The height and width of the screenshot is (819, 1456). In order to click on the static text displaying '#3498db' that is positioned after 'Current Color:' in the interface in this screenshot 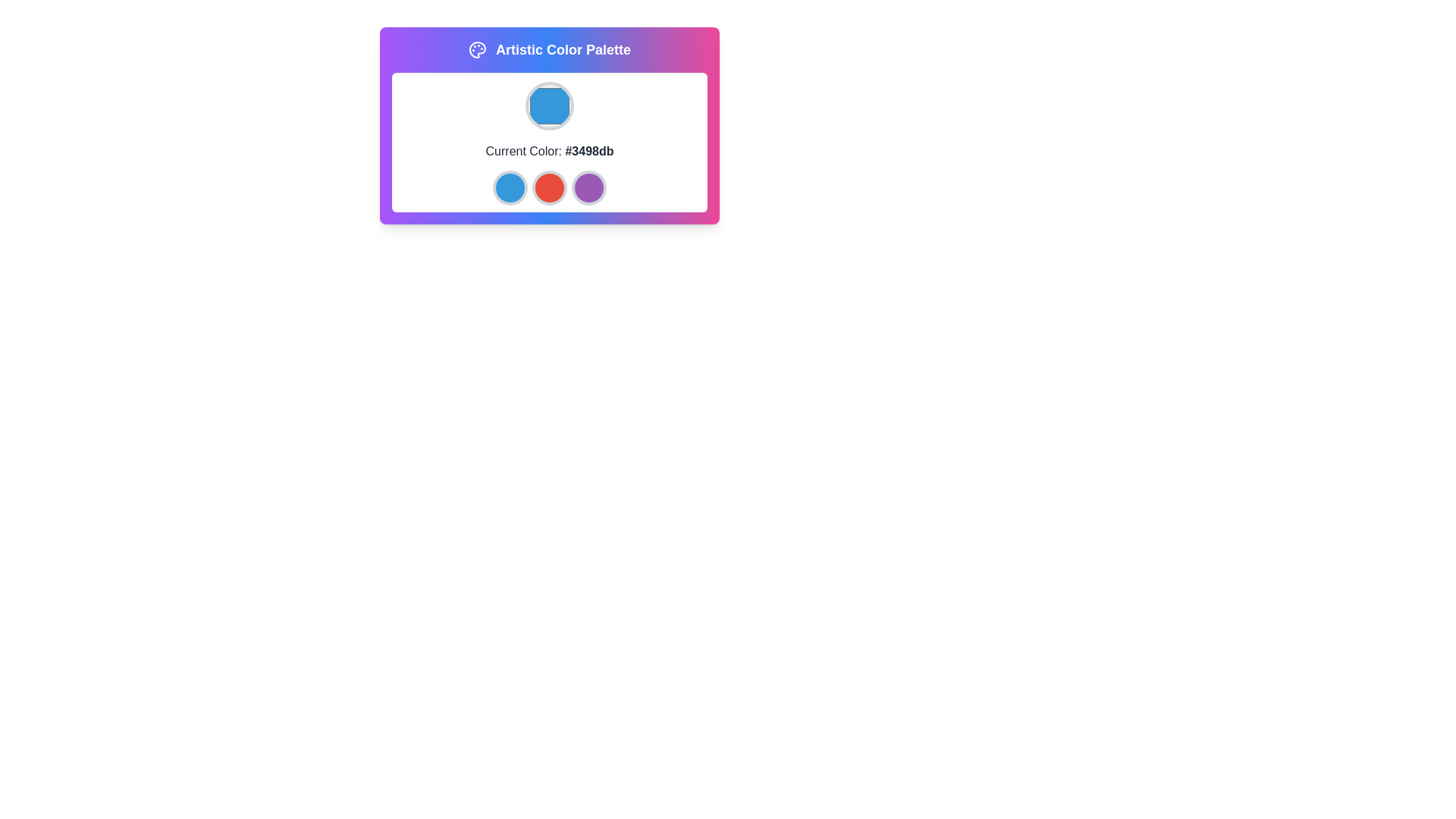, I will do `click(588, 151)`.